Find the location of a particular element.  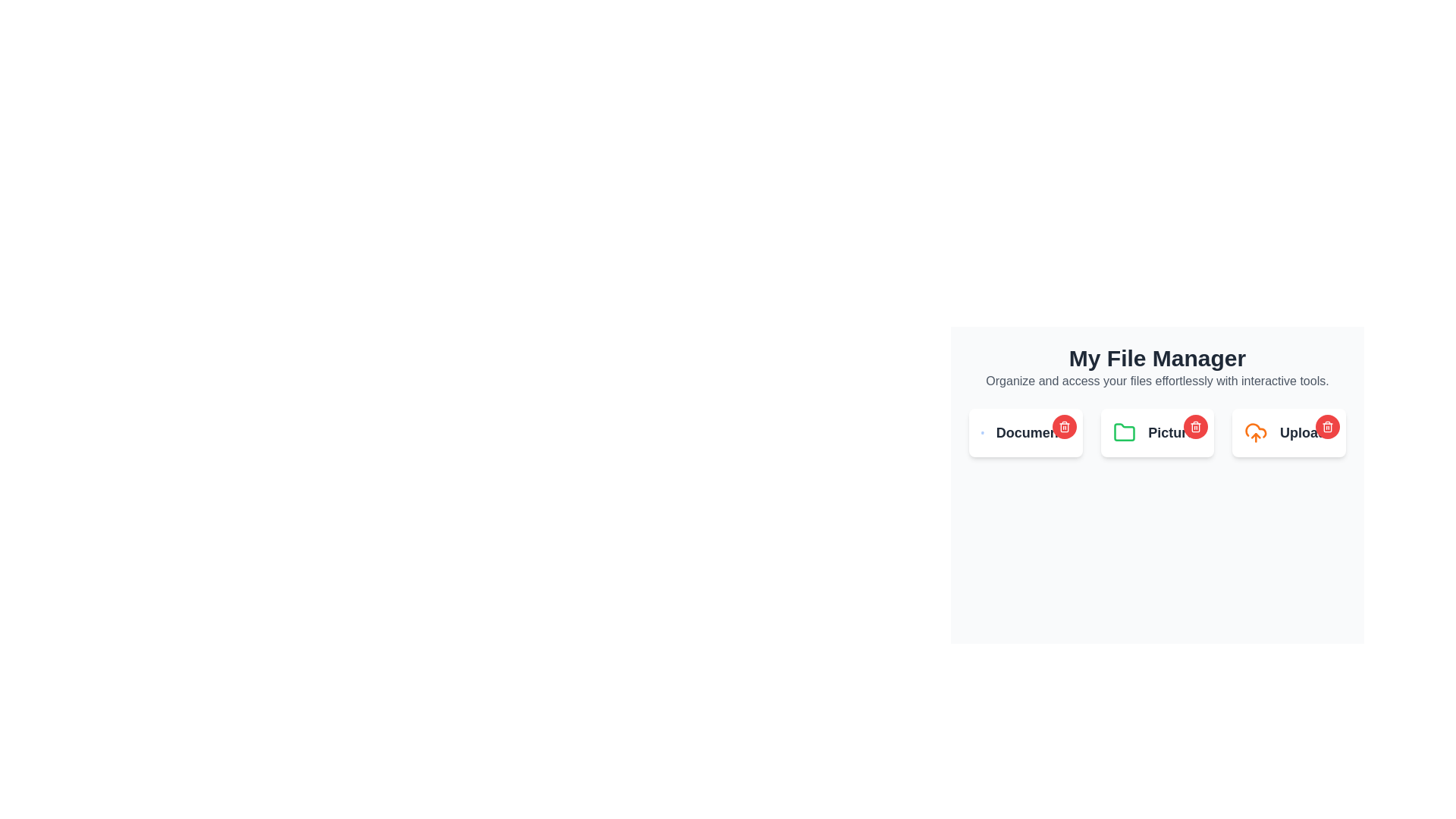

the trash bin icon button with a red background and white foreground, located at the top right corner of the 'Picture' label in the file manager interface is located at coordinates (1195, 427).